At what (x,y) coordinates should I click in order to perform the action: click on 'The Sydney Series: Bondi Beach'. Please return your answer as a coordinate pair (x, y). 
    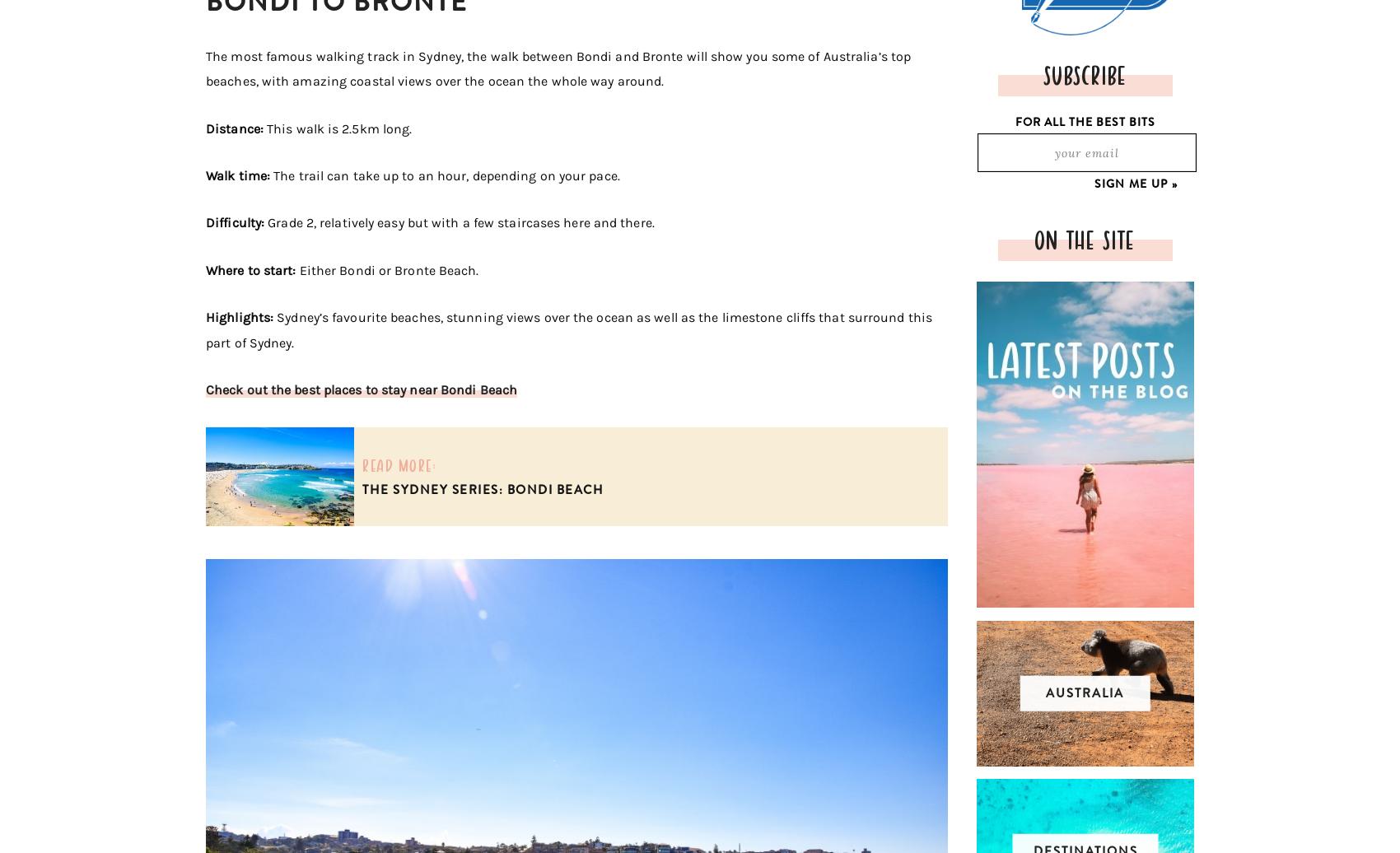
    Looking at the image, I should click on (482, 489).